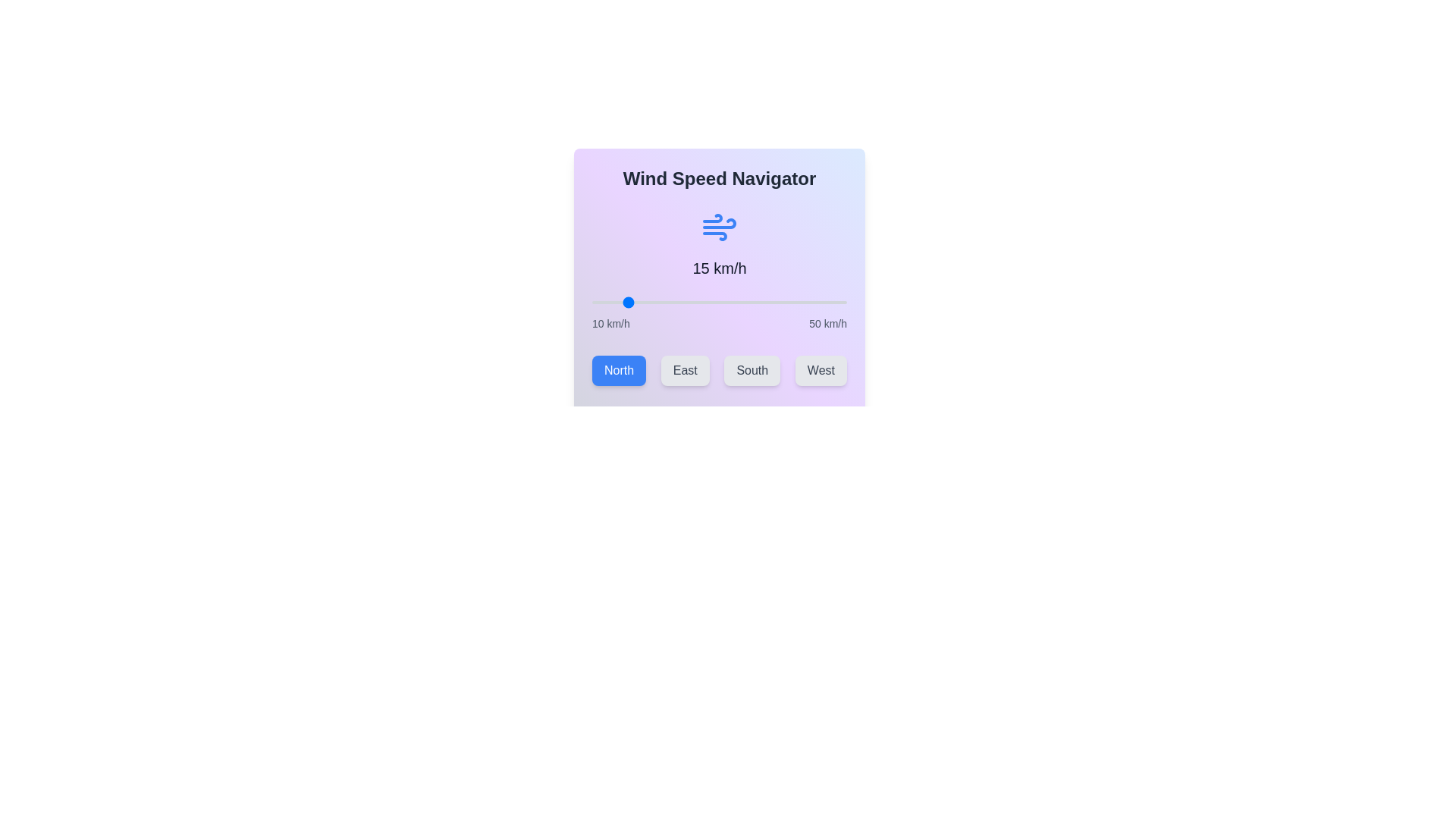 The image size is (1456, 819). What do you see at coordinates (739, 302) in the screenshot?
I see `the wind speed to 33 km/h using the slider` at bounding box center [739, 302].